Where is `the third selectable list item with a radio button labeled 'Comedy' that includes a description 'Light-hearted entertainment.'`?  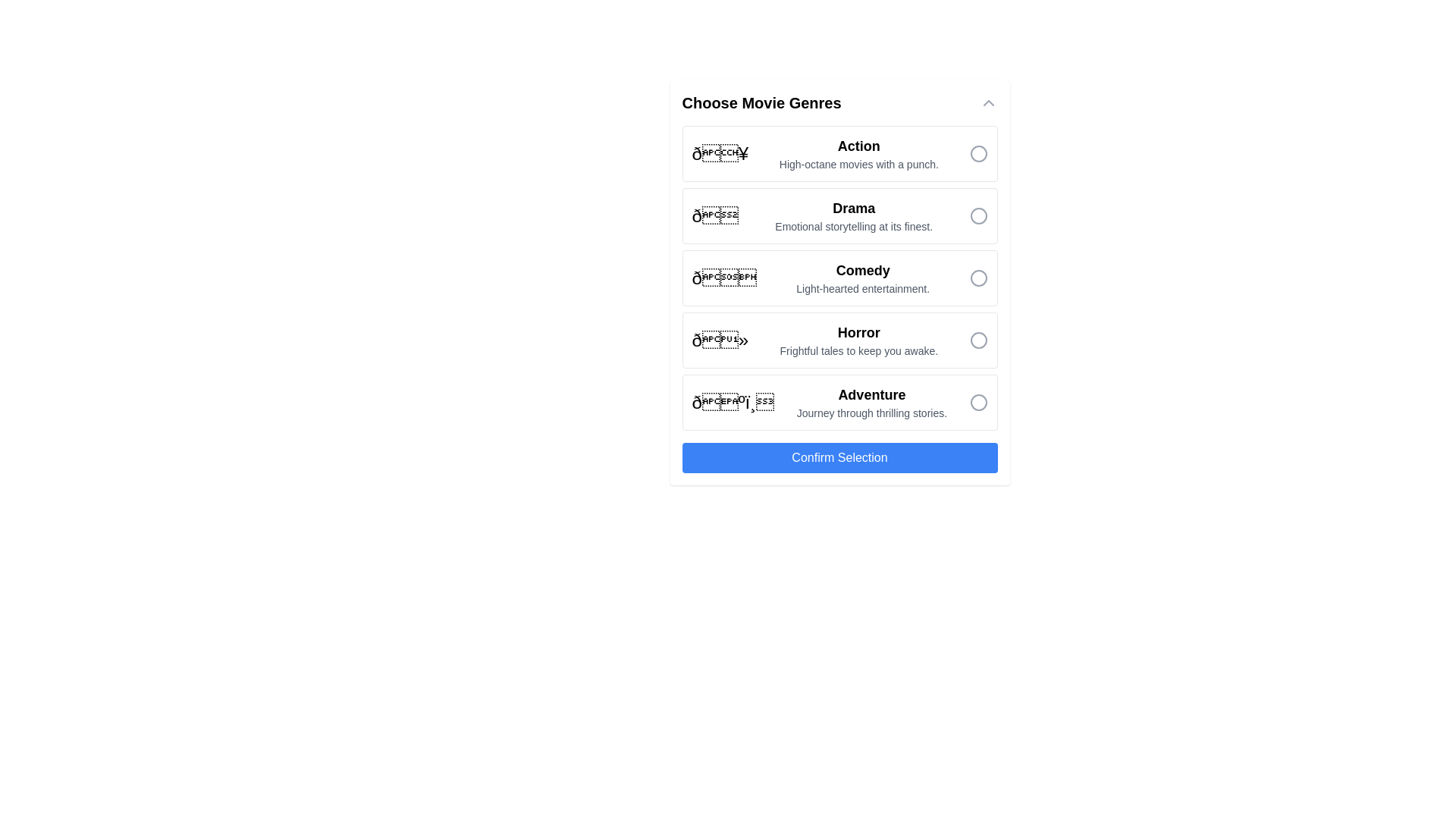 the third selectable list item with a radio button labeled 'Comedy' that includes a description 'Light-hearted entertainment.' is located at coordinates (839, 283).